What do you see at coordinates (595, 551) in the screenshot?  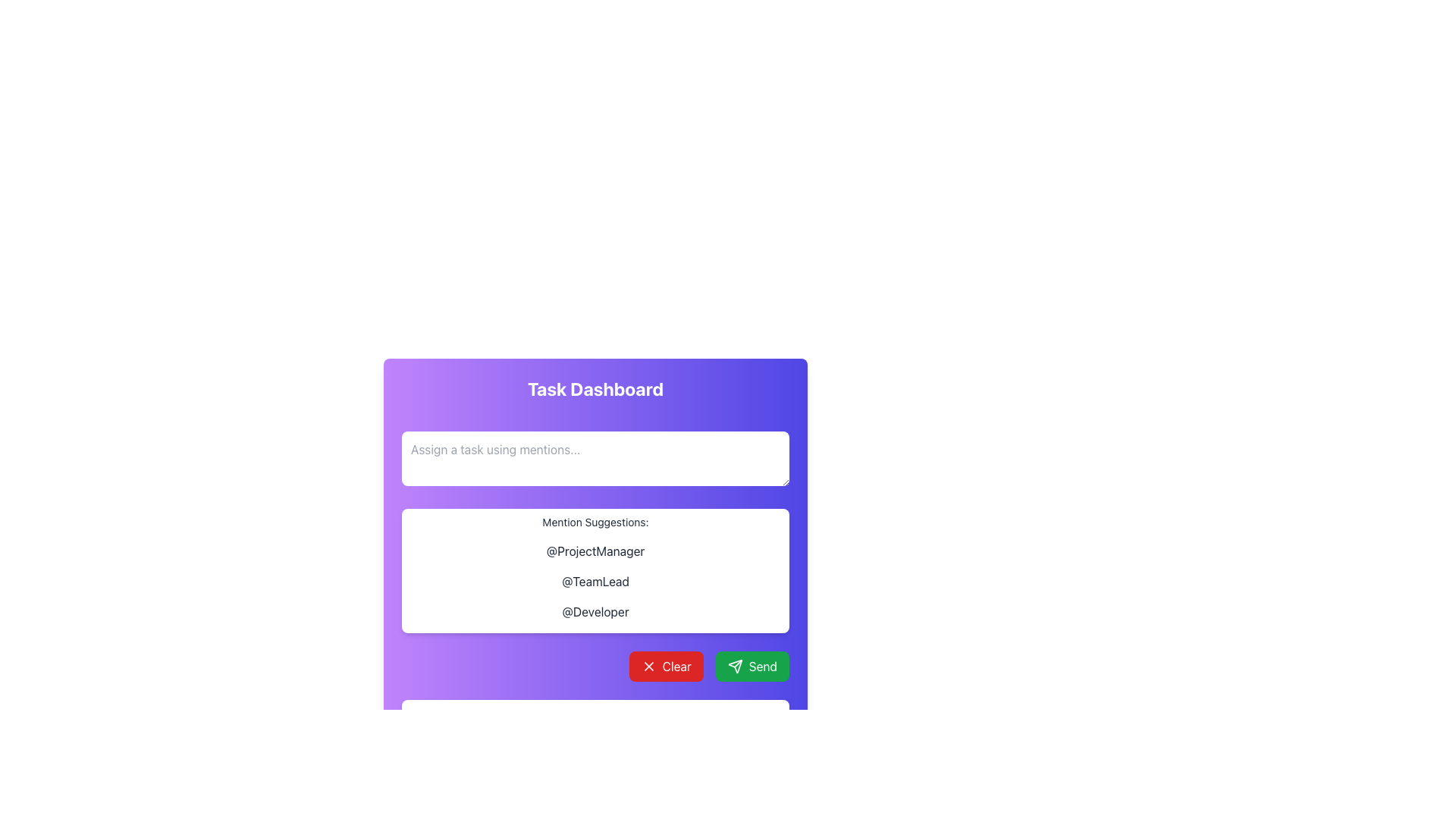 I see `the topmost entry in the 'Mention Suggestions' section, which represents the role or user titled '@ProjectManager'` at bounding box center [595, 551].